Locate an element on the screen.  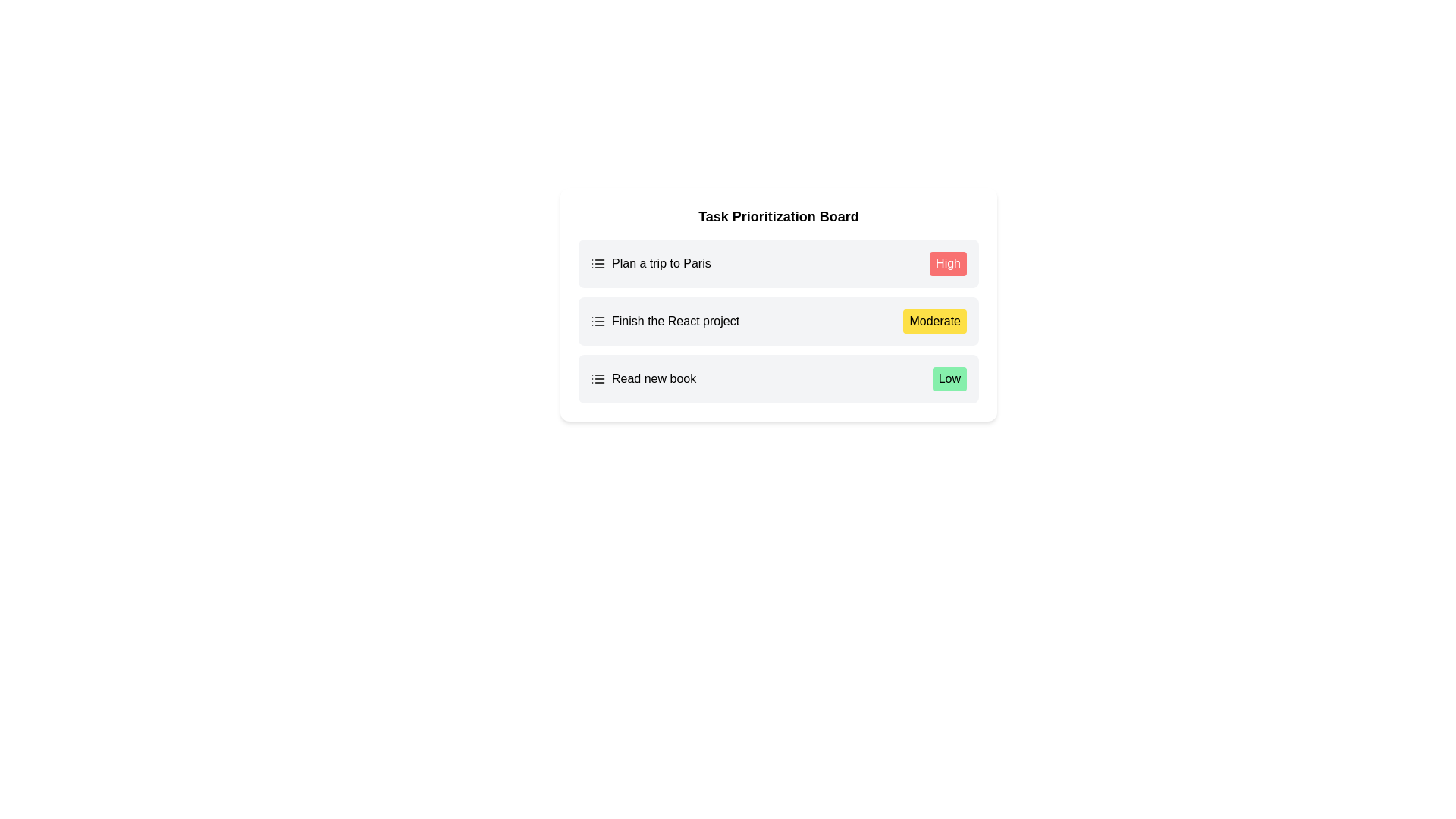
the label displaying 'Read new book', which is the third entry in the vertical list of task items on the Task Prioritization Board is located at coordinates (654, 378).